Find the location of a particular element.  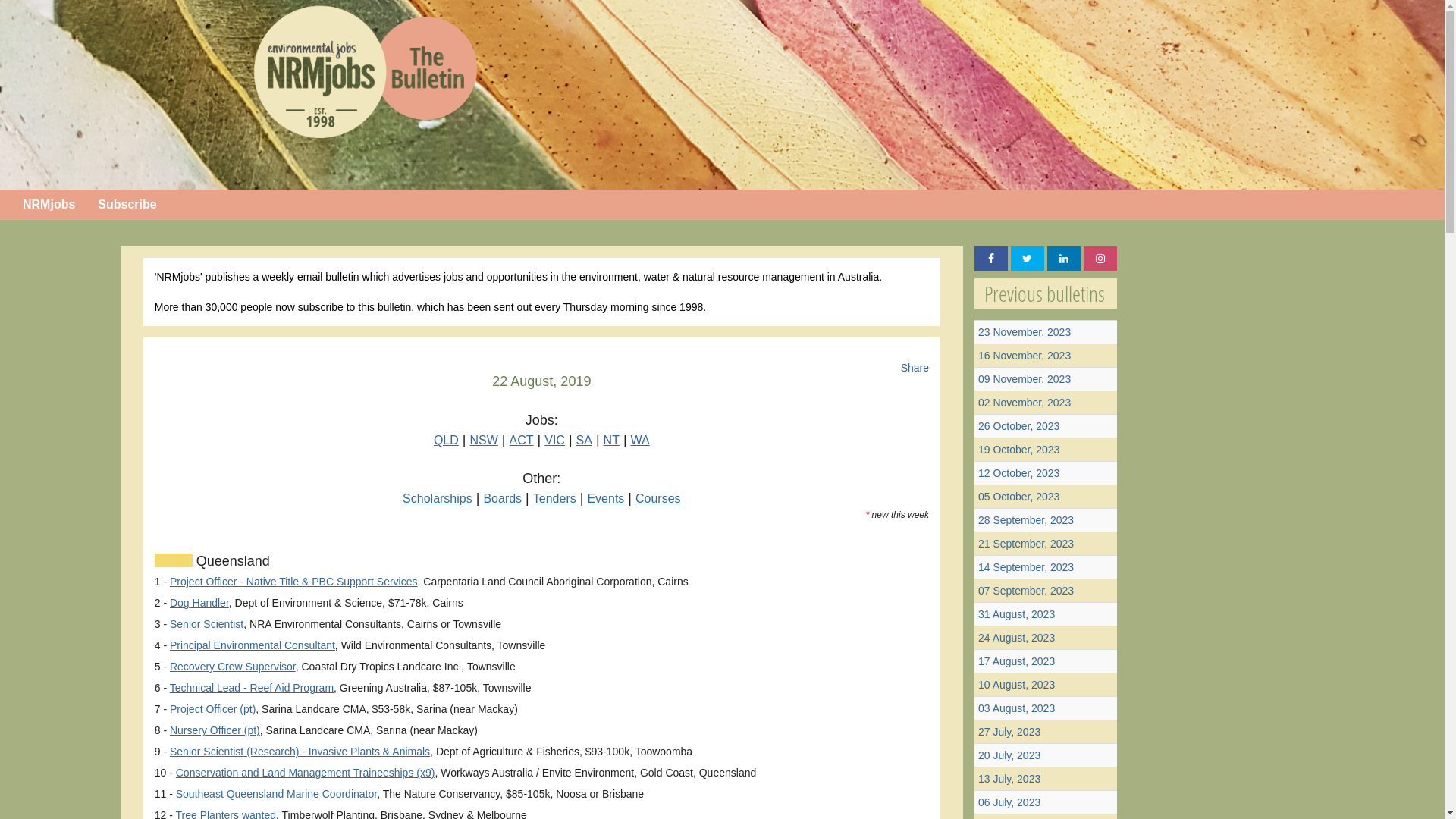

'16 November, 2023' is located at coordinates (978, 356).